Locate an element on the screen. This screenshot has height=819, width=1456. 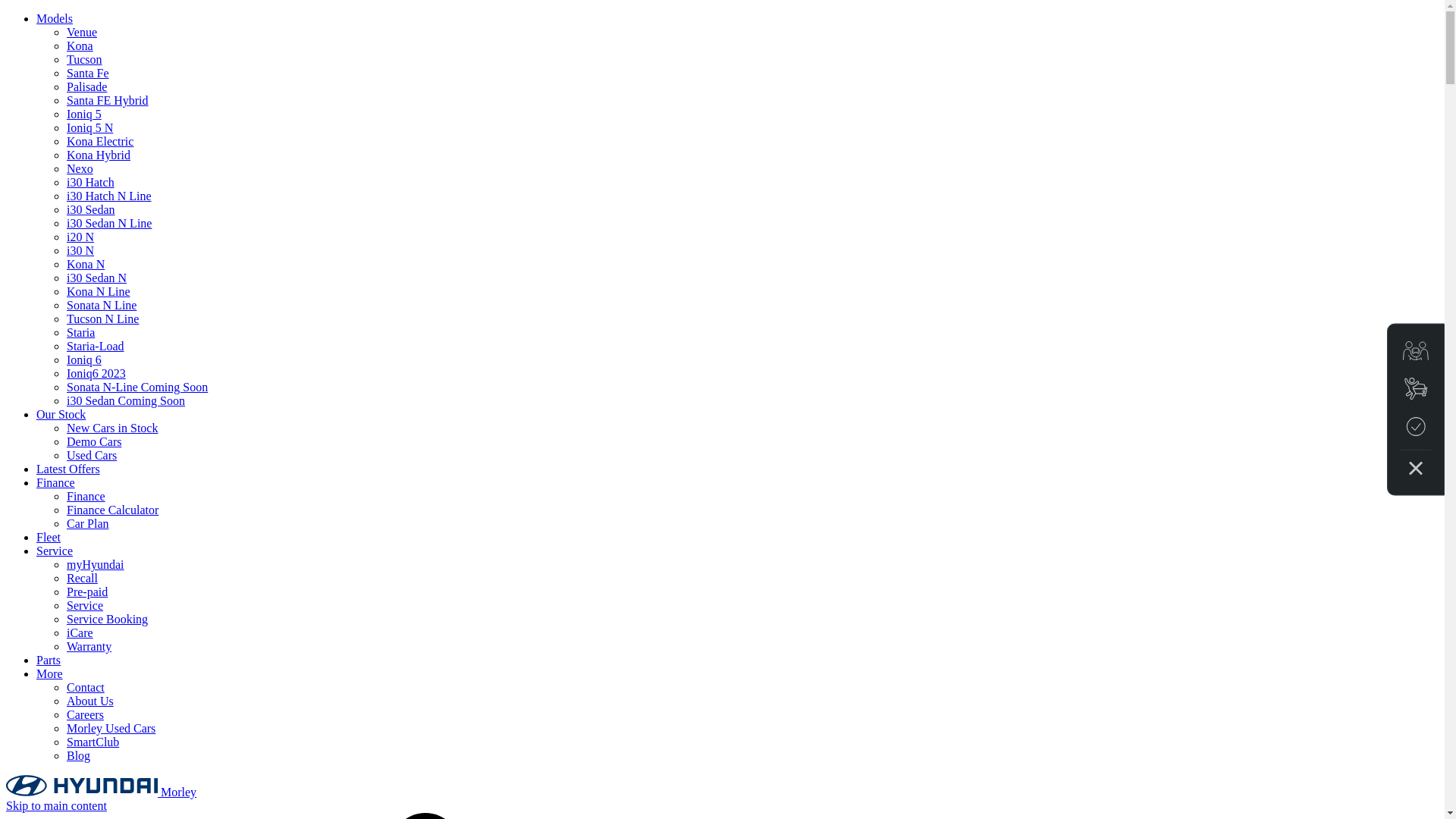
'Latest Offers' is located at coordinates (67, 468).